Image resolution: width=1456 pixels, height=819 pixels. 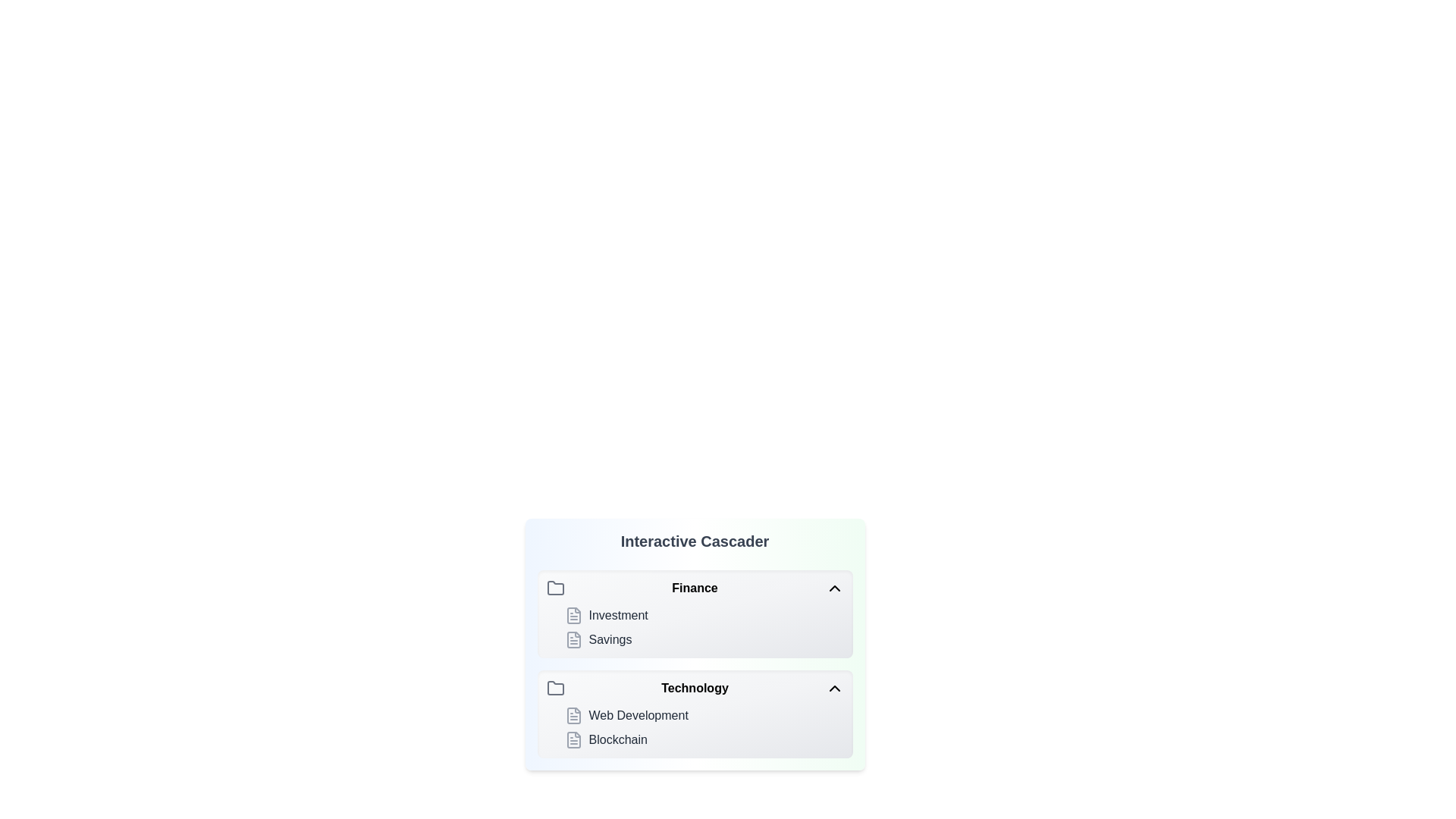 What do you see at coordinates (833, 587) in the screenshot?
I see `the chevron icon that collapses the sub-items under the 'Finance' label, positioned on the far-right side of the list item` at bounding box center [833, 587].